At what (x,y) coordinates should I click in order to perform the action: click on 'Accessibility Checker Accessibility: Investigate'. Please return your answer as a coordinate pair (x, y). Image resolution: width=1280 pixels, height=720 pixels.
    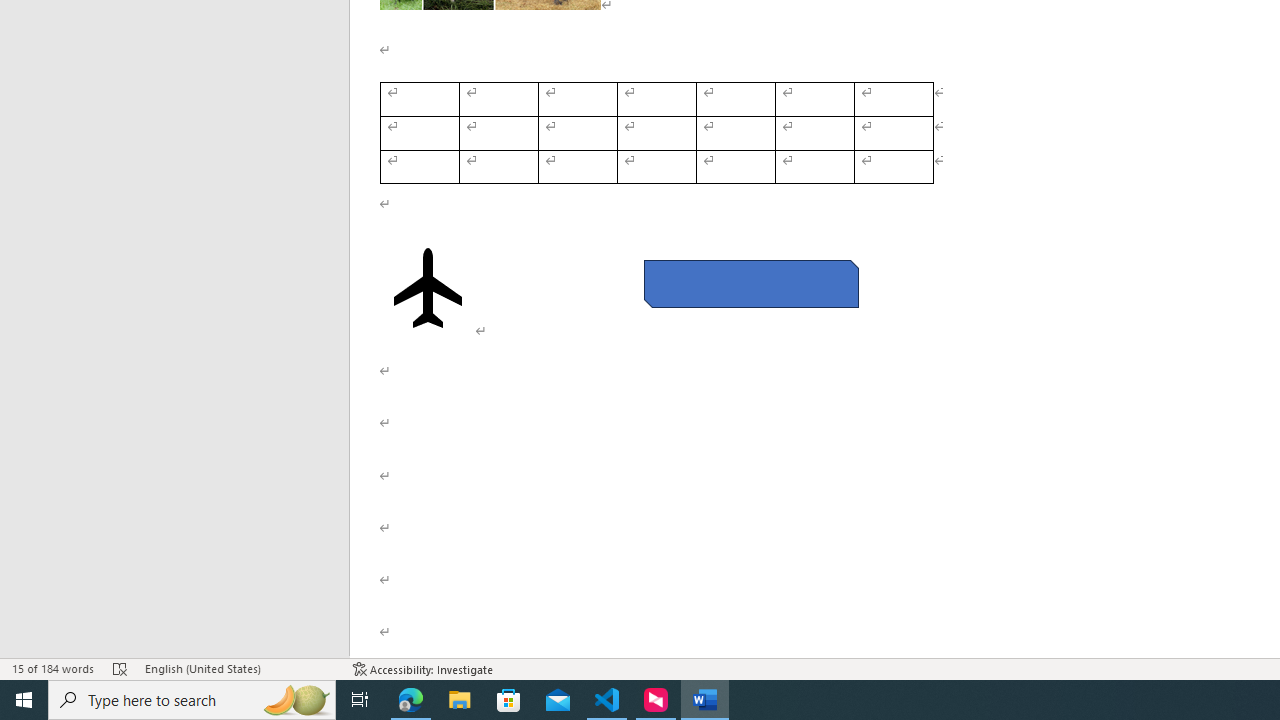
    Looking at the image, I should click on (422, 669).